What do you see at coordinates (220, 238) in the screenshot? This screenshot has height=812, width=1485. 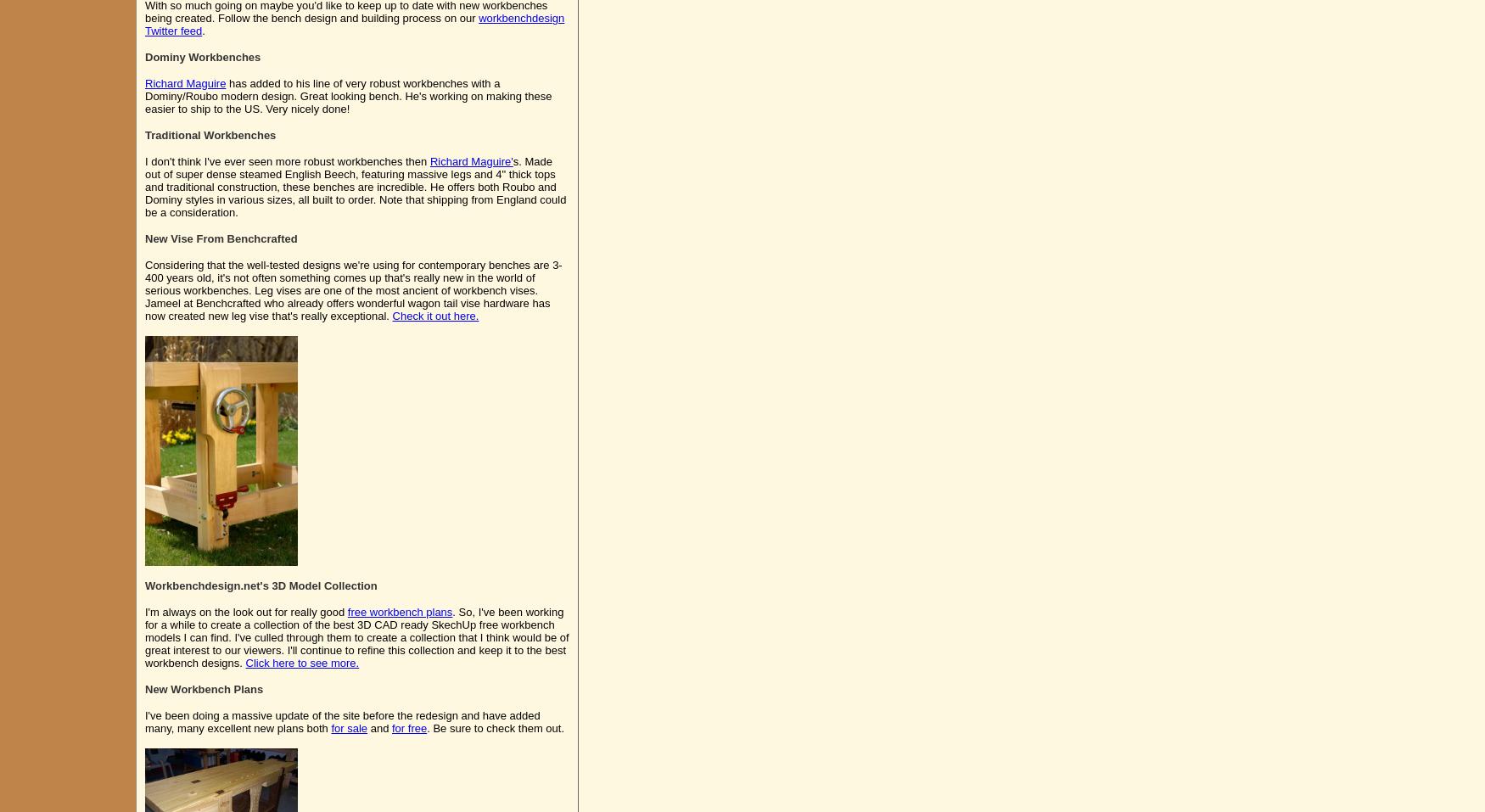 I see `'New Vise From Benchcrafted'` at bounding box center [220, 238].